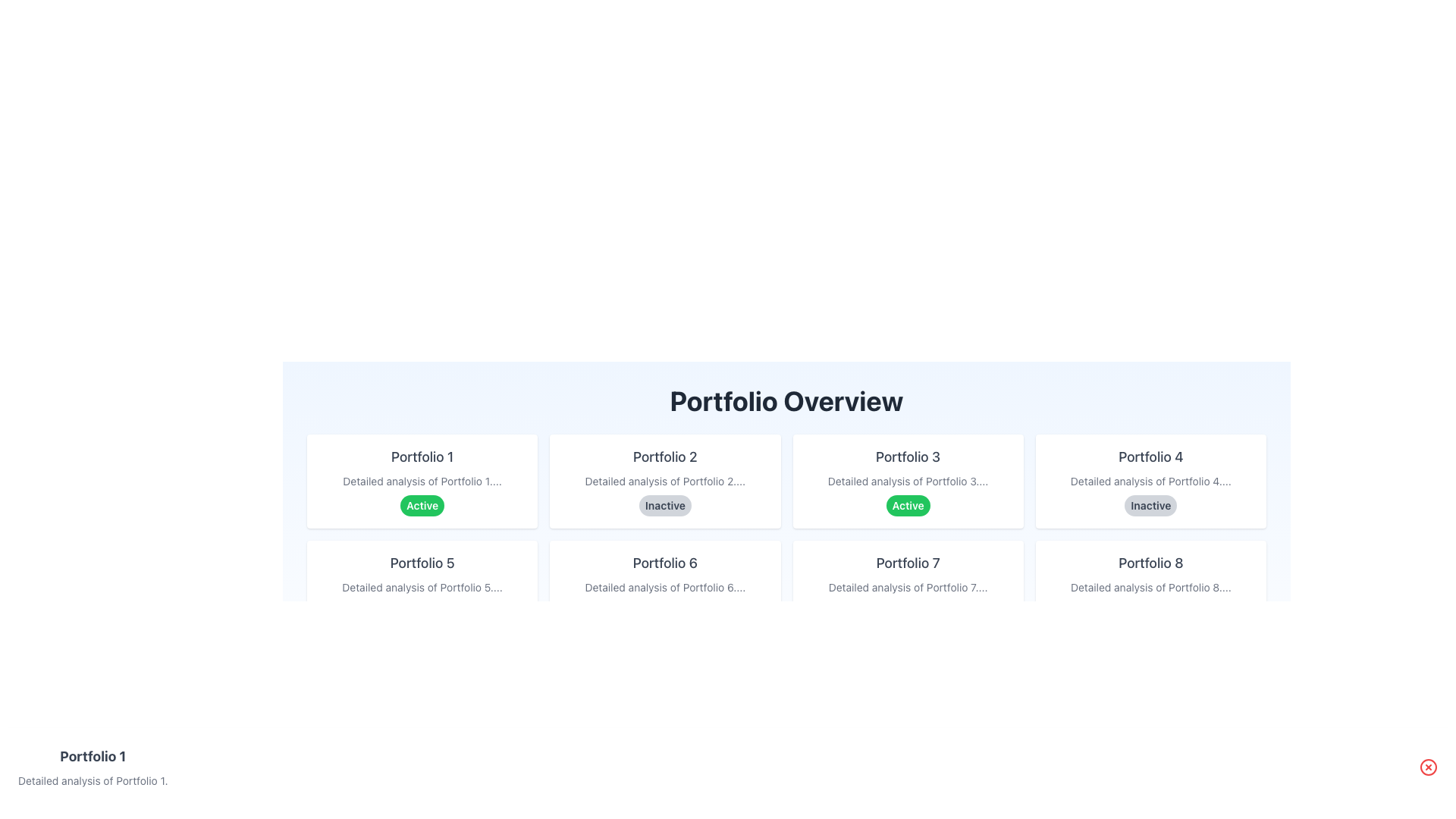 This screenshot has height=819, width=1456. Describe the element at coordinates (92, 780) in the screenshot. I see `additional descriptive details about the 'Portfolio 1' item, which is the static text content positioned directly below its title` at that location.